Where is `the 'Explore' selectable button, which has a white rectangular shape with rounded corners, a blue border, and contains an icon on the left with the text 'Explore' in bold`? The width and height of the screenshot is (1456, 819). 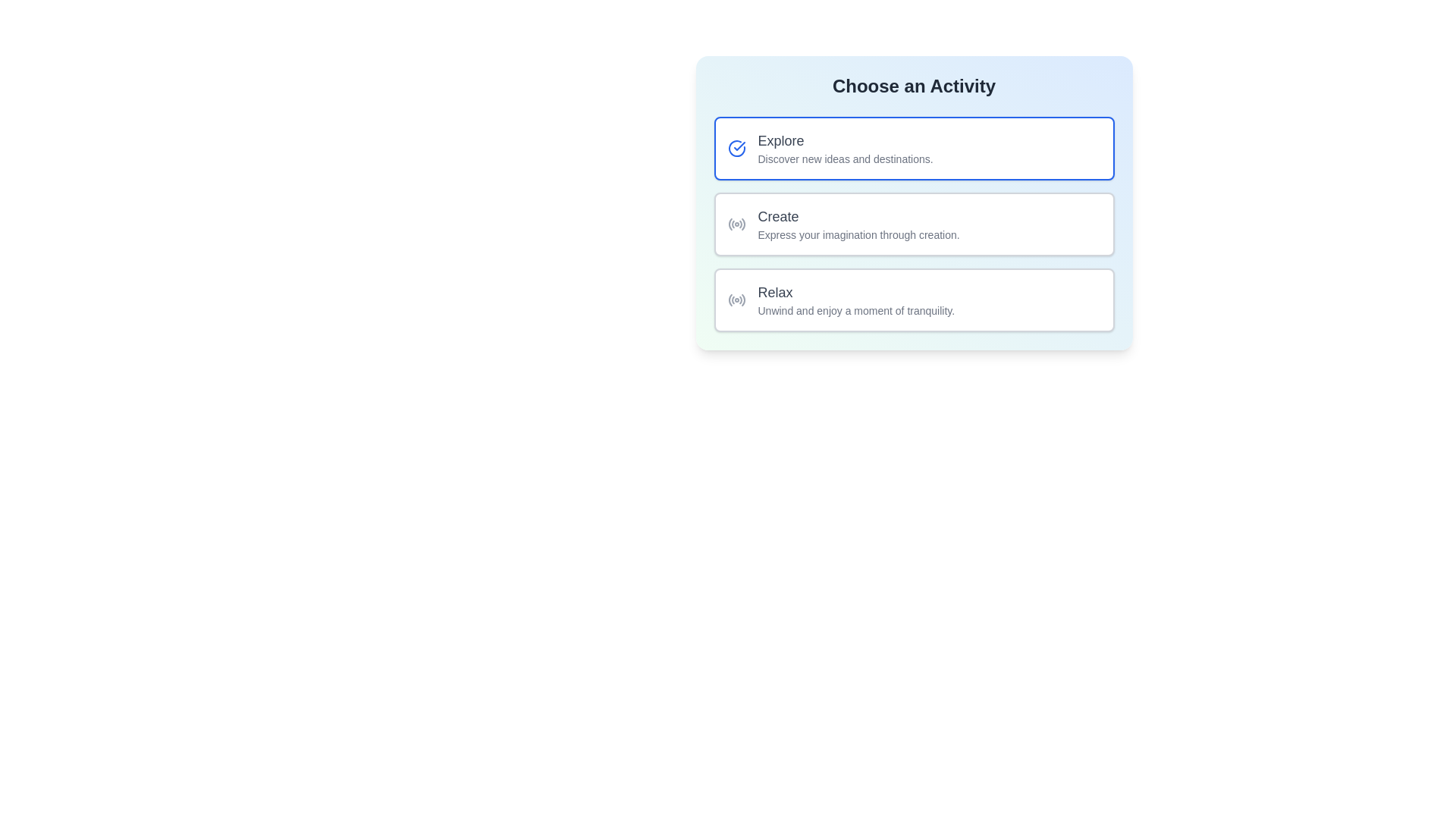 the 'Explore' selectable button, which has a white rectangular shape with rounded corners, a blue border, and contains an icon on the left with the text 'Explore' in bold is located at coordinates (913, 149).